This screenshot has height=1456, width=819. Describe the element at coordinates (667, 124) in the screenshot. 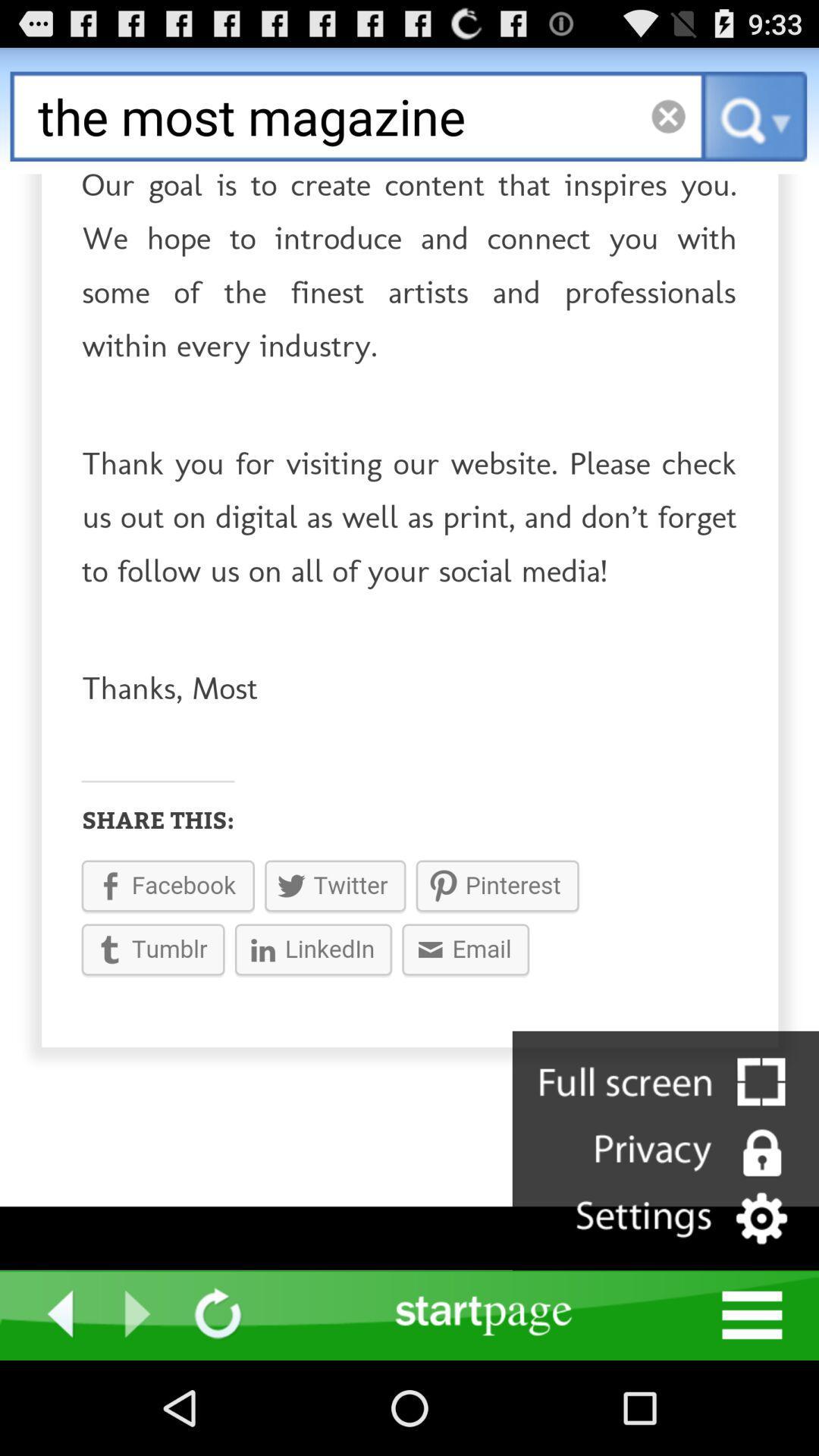

I see `the close icon` at that location.